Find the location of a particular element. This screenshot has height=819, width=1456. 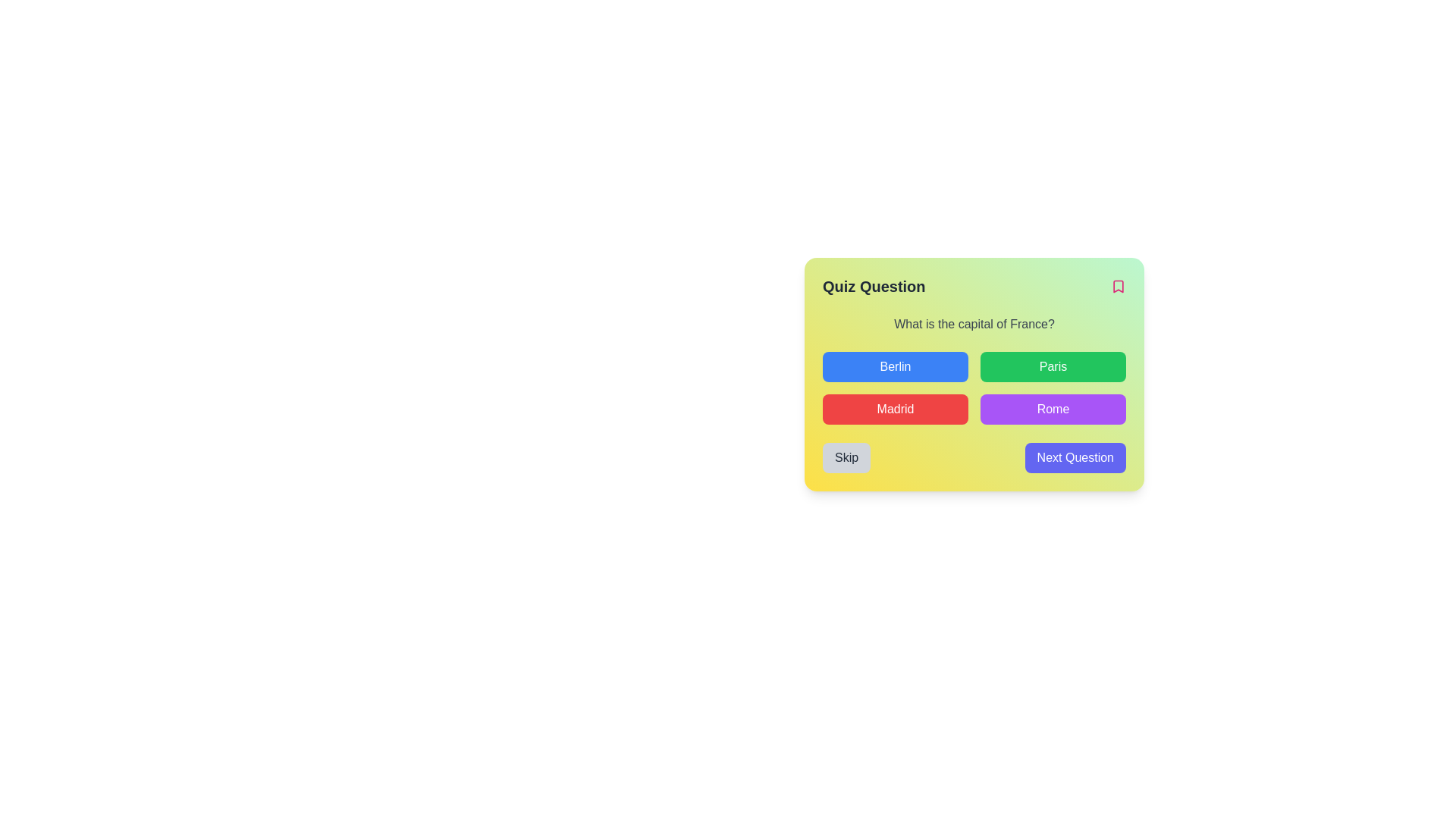

the 'Rome' button in the lower right of the 2x2 grid is located at coordinates (1052, 409).